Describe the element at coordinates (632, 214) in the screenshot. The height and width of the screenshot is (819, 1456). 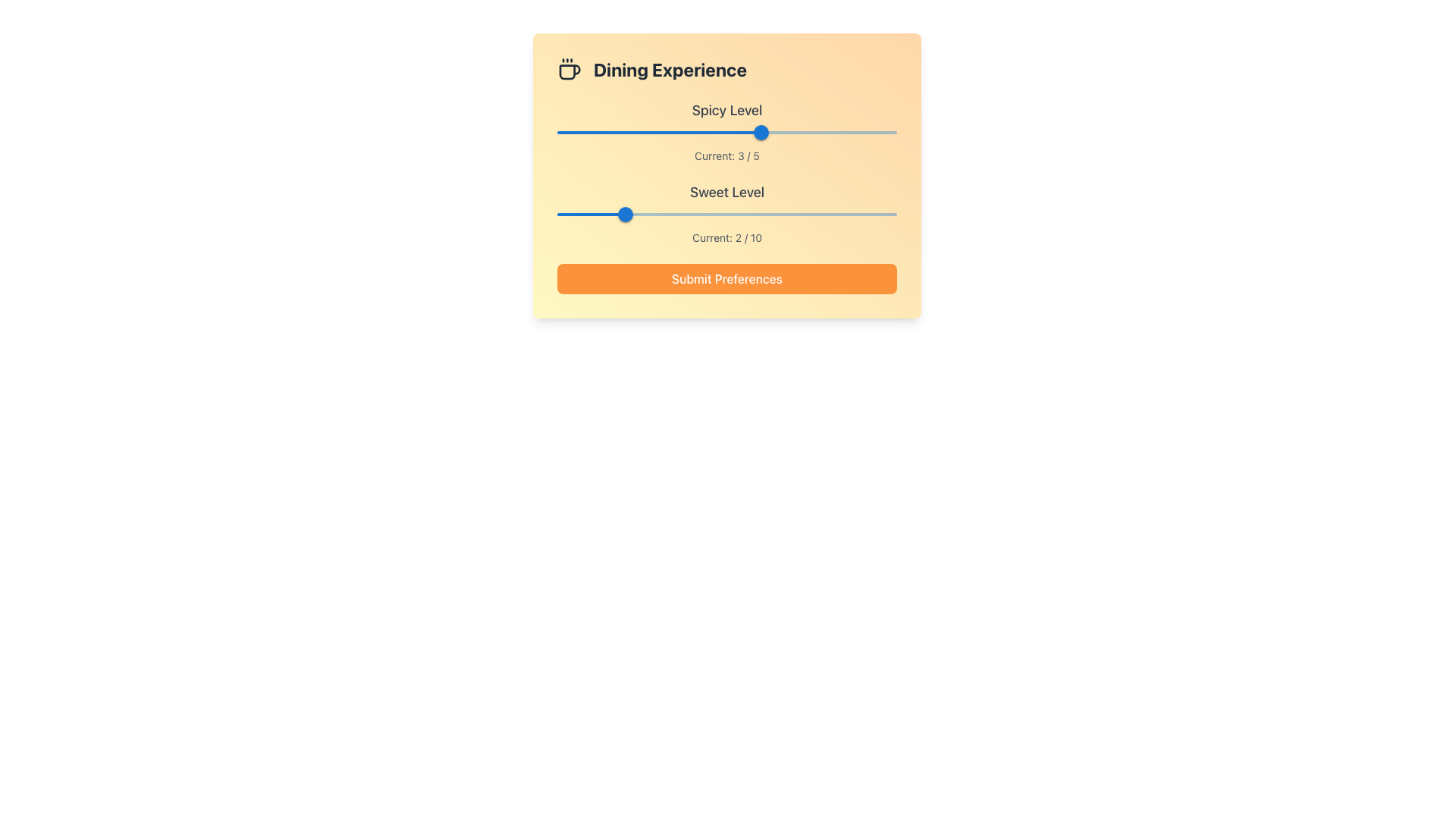
I see `the sweet level` at that location.